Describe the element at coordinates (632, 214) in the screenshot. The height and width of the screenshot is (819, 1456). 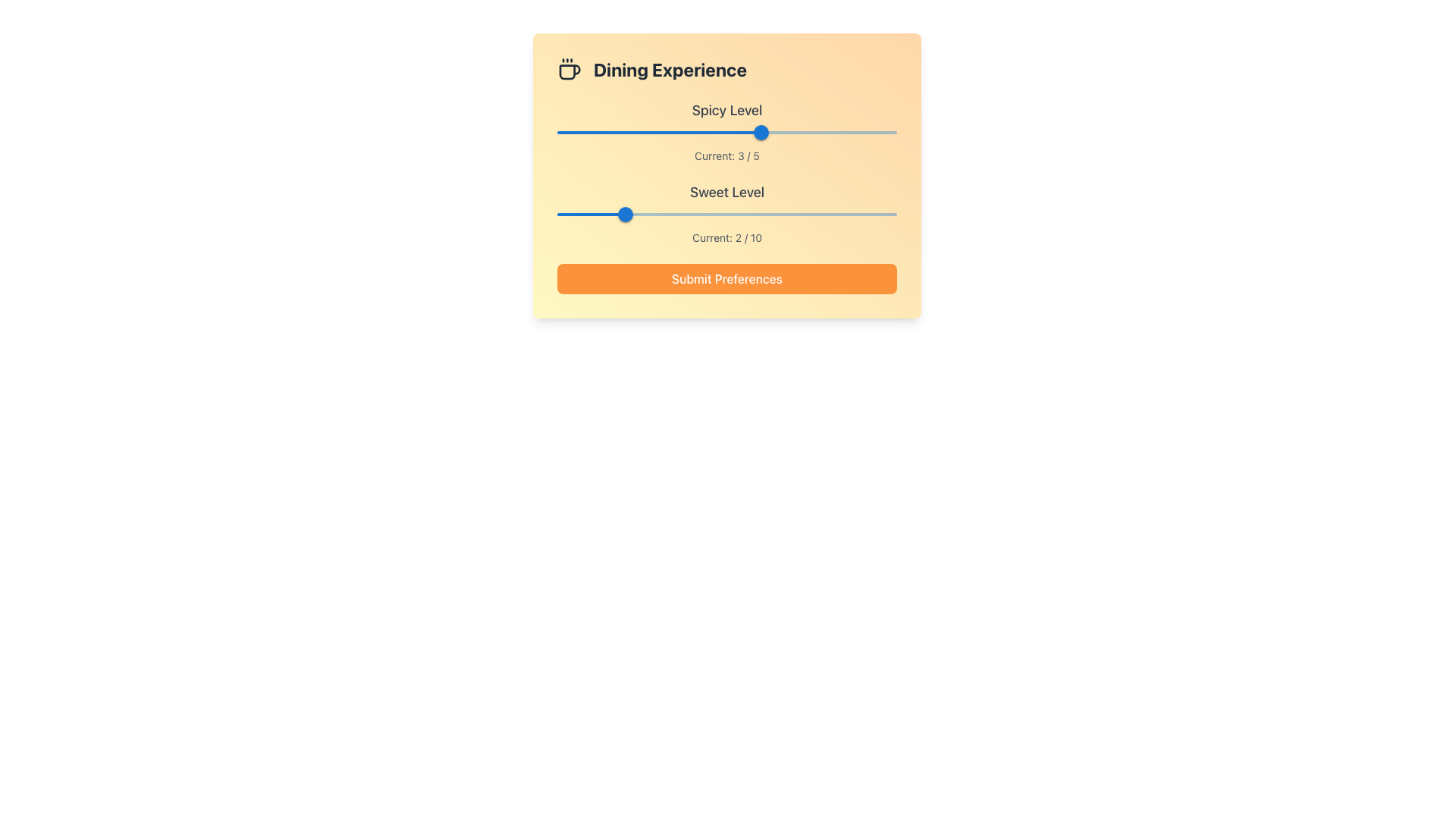
I see `the sweet level` at that location.